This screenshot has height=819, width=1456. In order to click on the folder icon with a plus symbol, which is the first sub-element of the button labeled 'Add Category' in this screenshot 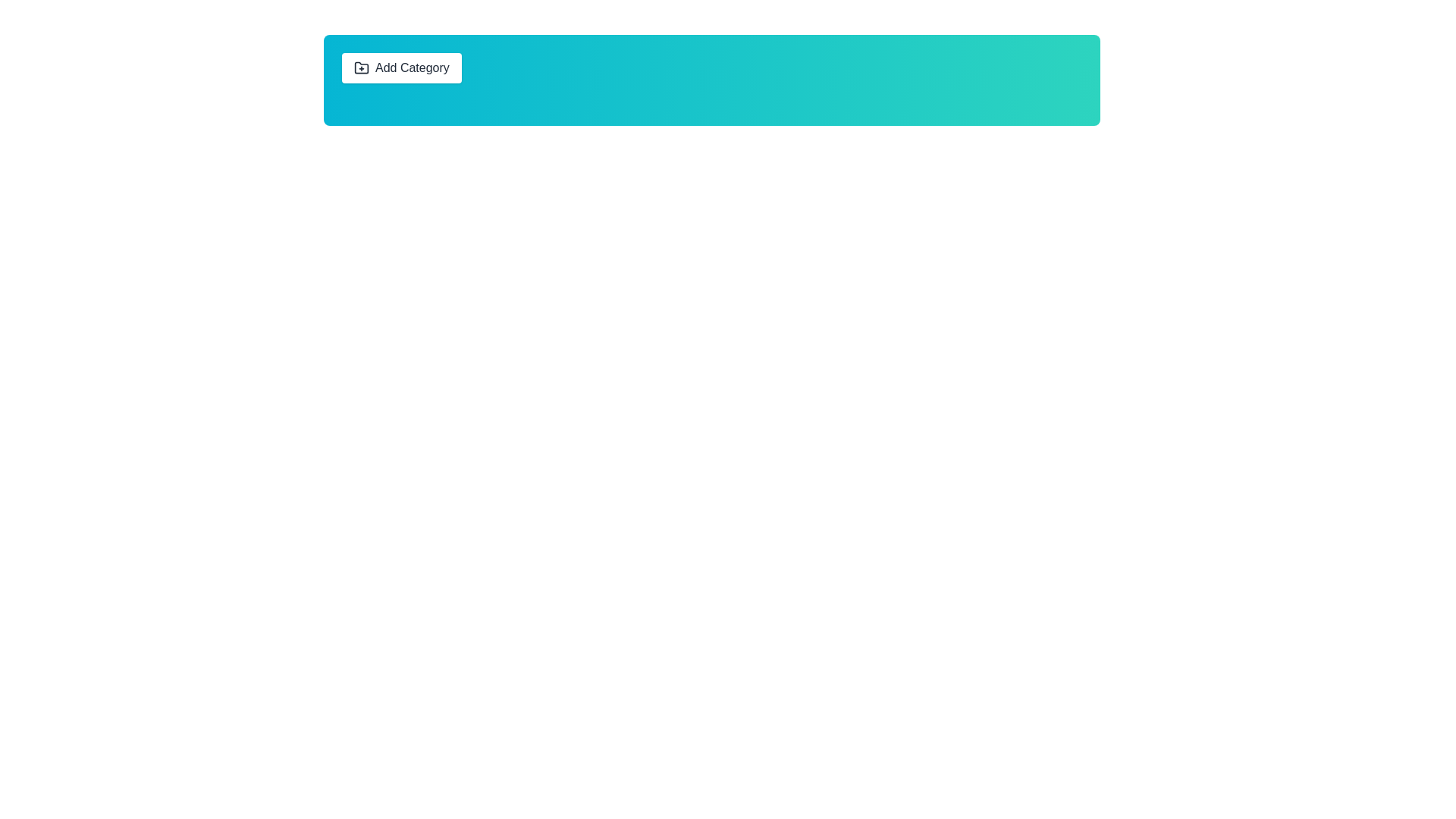, I will do `click(360, 67)`.